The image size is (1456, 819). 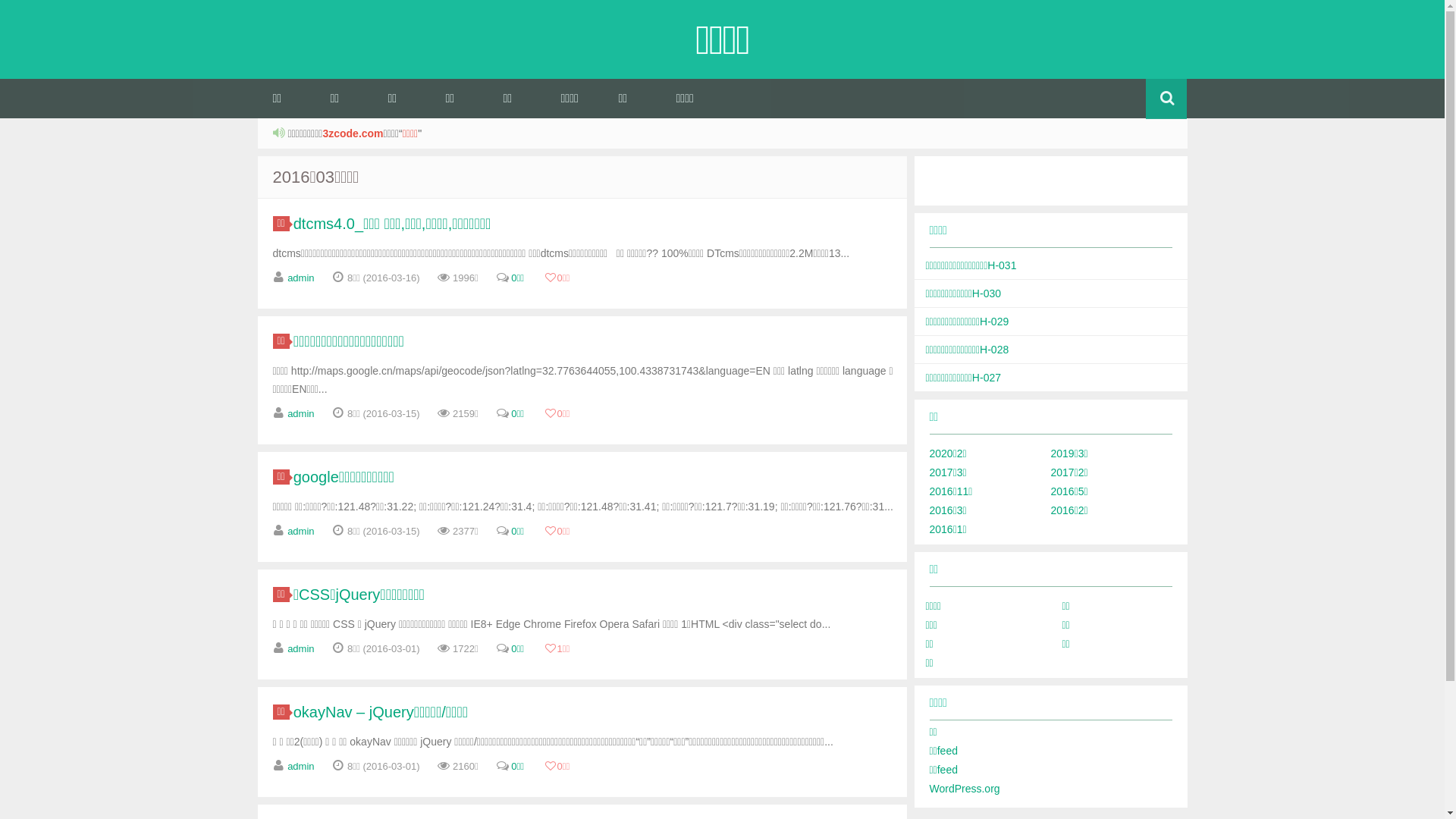 What do you see at coordinates (352, 133) in the screenshot?
I see `'3zcode.com'` at bounding box center [352, 133].